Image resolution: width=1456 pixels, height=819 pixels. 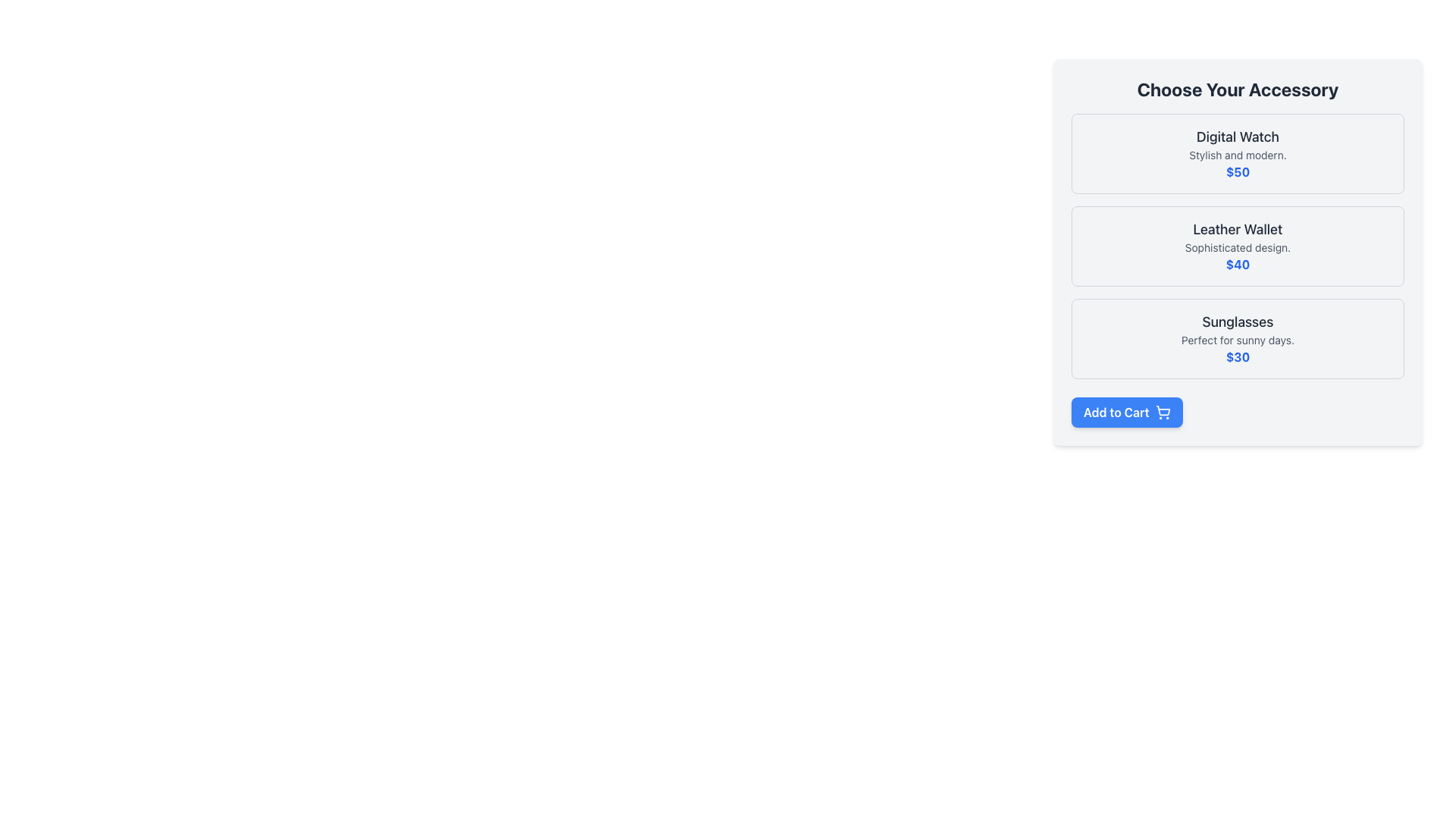 I want to click on the Text Label that identifies the product name 'Sunglasses', located between the 'Leather Wallet' card and the 'Add to Cart' button in the accessory selection panel, so click(x=1238, y=321).